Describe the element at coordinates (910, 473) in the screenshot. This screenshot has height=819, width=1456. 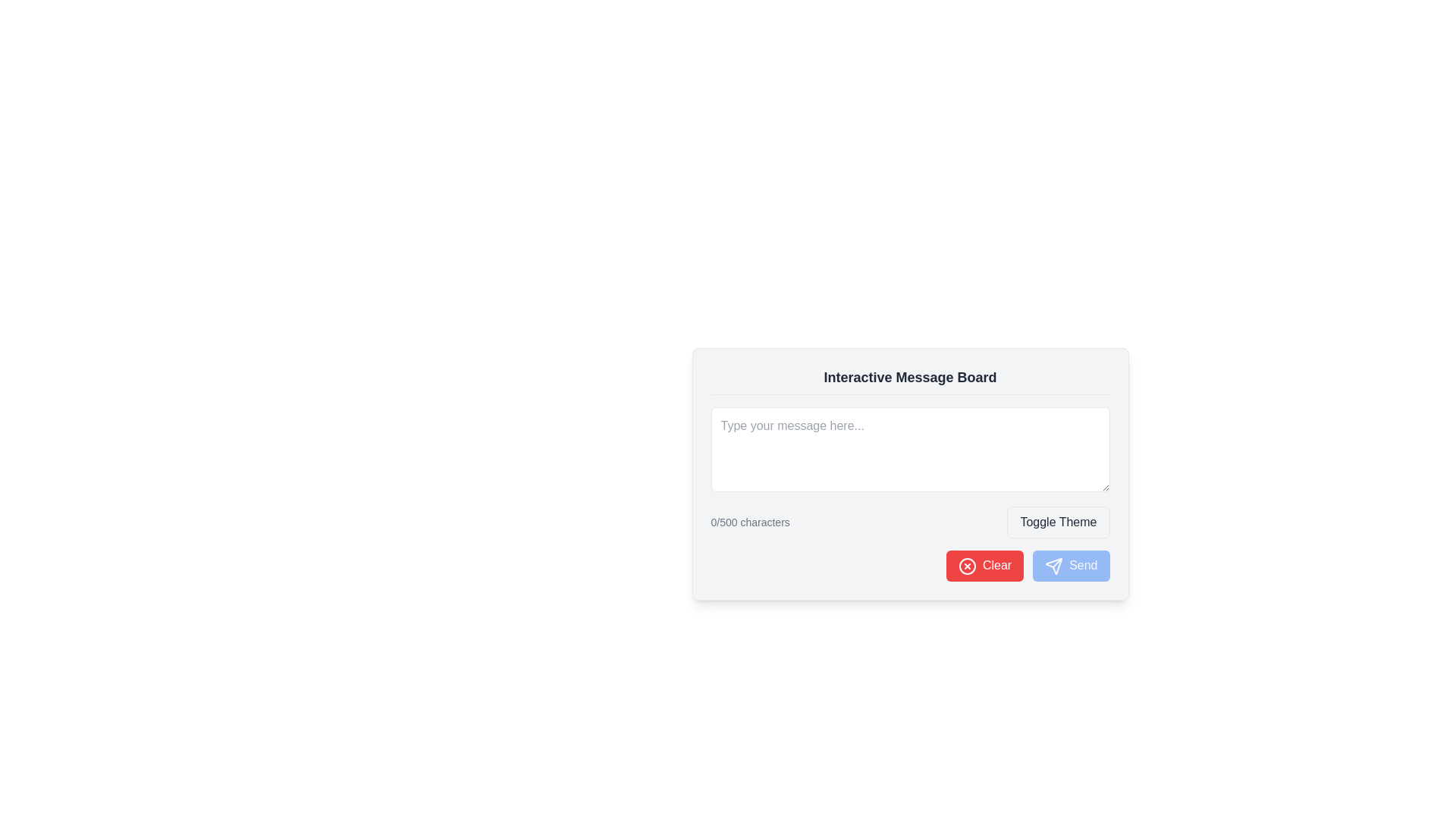
I see `the content in the comment box of the 'Interactive Message Board' which has a soft gray background and a white text area for input` at that location.